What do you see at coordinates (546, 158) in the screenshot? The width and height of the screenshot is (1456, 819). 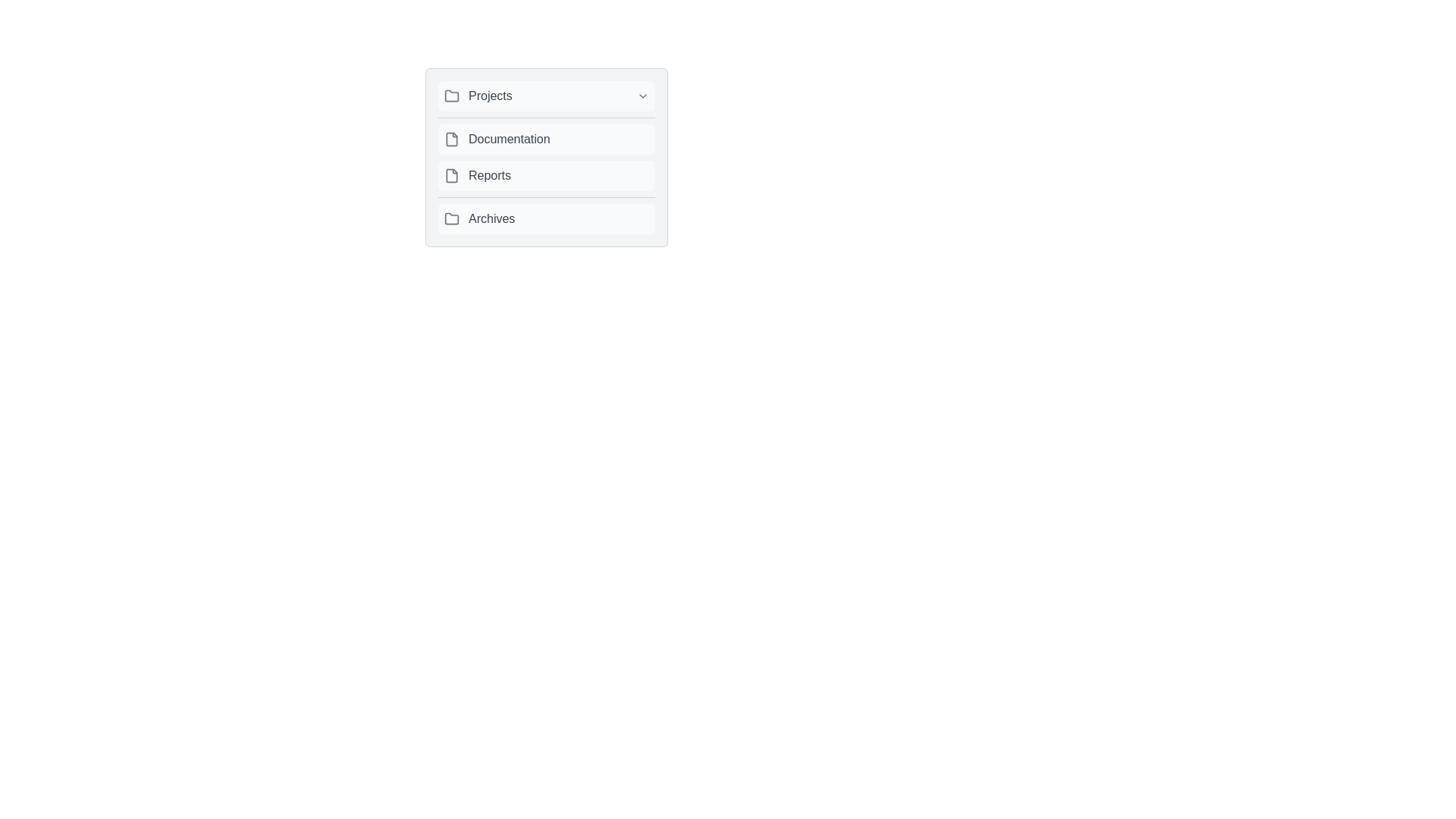 I see `the 'Documentation' menu item, which is the second item` at bounding box center [546, 158].